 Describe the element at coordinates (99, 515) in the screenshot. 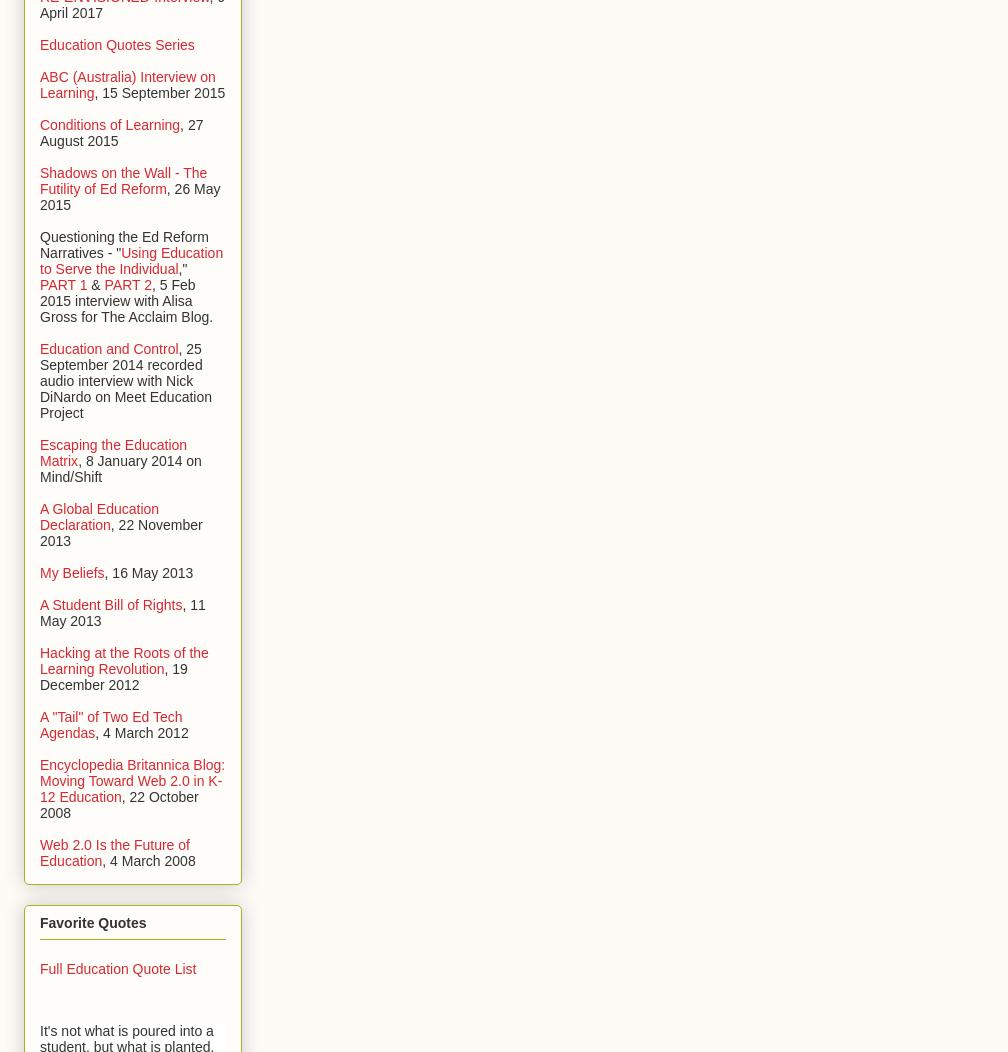

I see `'A Global Education Declaration'` at that location.